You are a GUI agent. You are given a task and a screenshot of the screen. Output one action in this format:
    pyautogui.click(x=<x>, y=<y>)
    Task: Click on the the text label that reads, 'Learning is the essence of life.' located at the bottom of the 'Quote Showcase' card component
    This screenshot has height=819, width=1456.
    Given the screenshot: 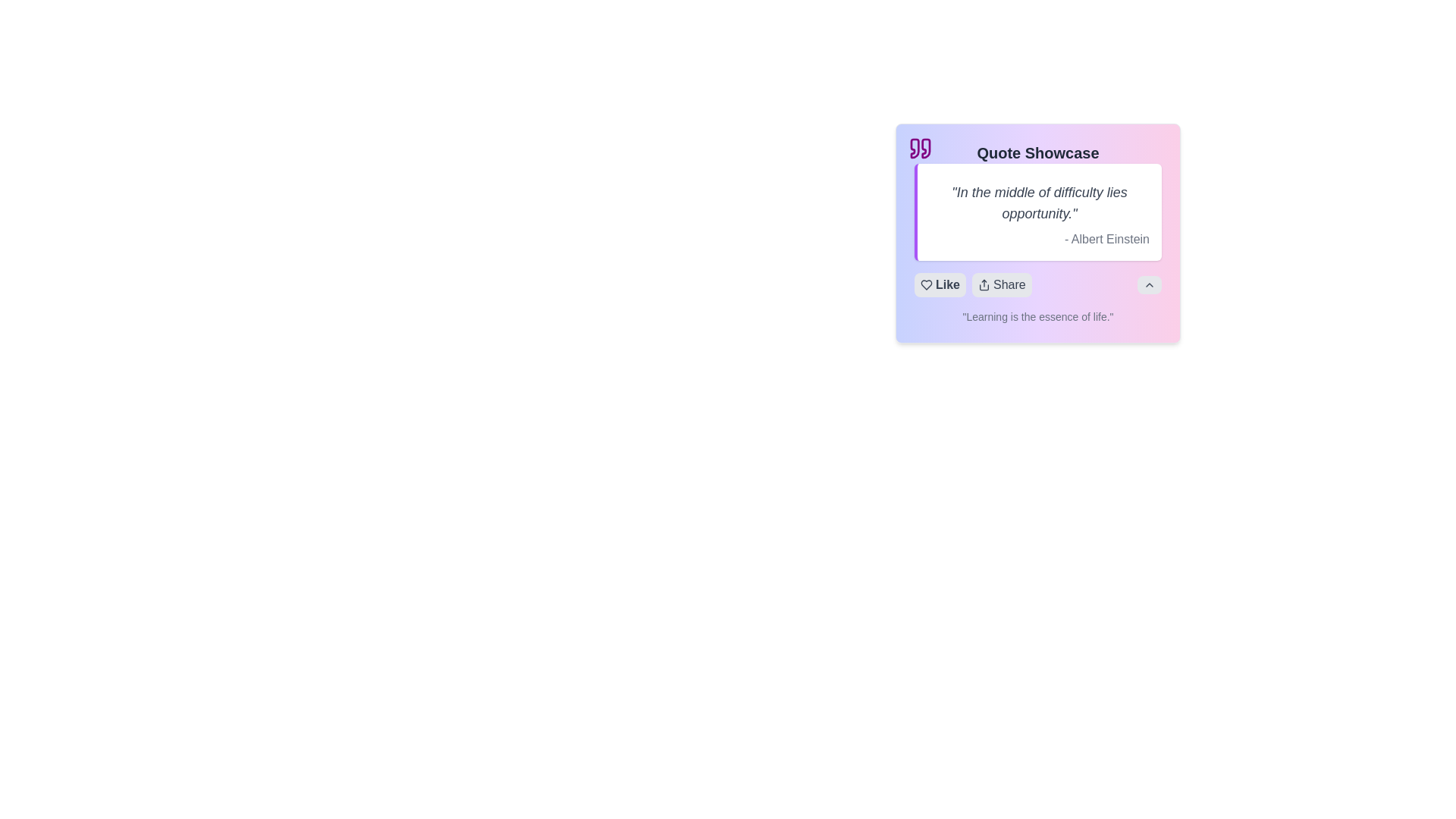 What is the action you would take?
    pyautogui.click(x=1037, y=315)
    